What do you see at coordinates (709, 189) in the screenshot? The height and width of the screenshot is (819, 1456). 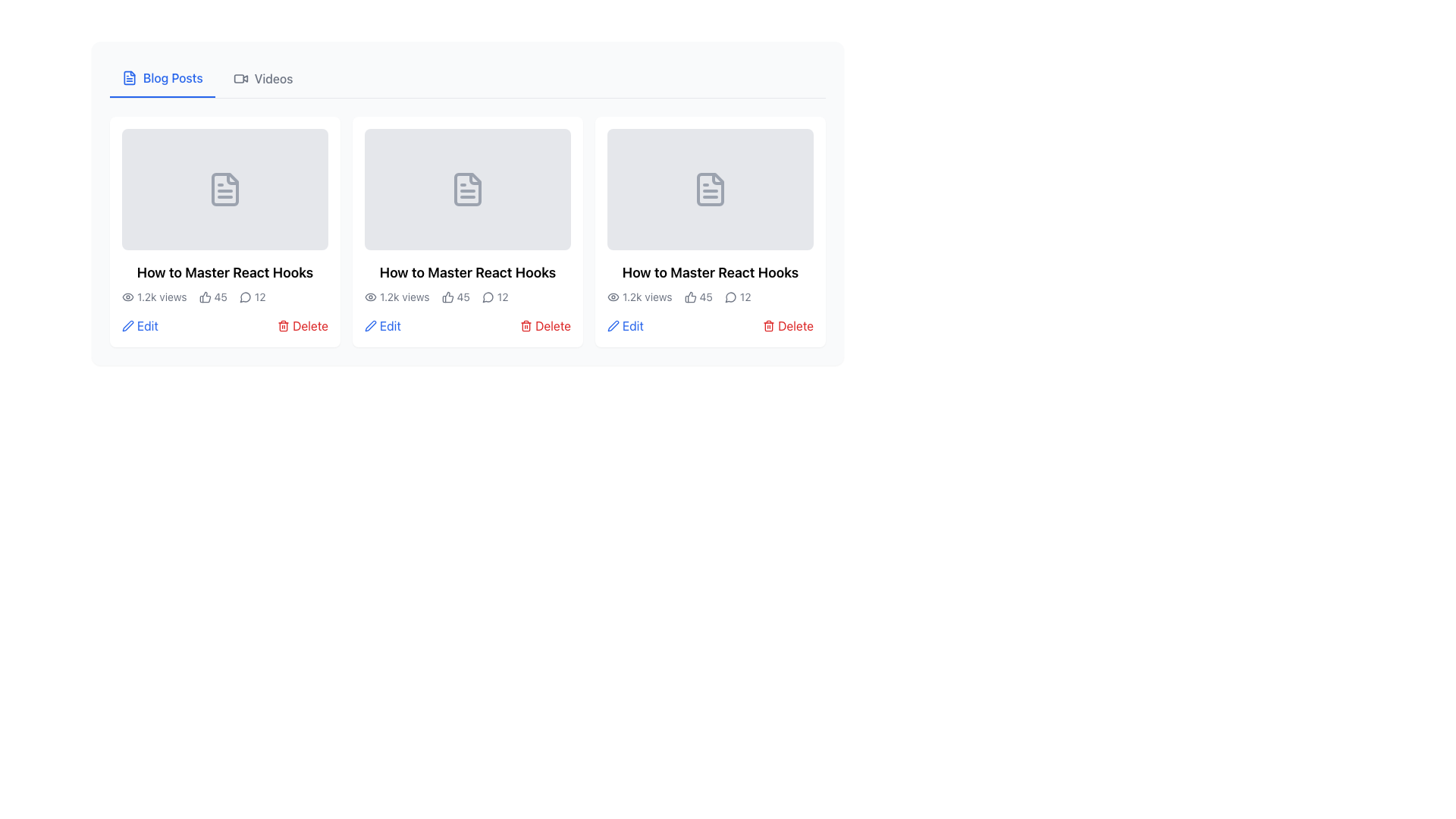 I see `the document icon located in the third graphical placeholder under the 'Blog Posts' tab` at bounding box center [709, 189].